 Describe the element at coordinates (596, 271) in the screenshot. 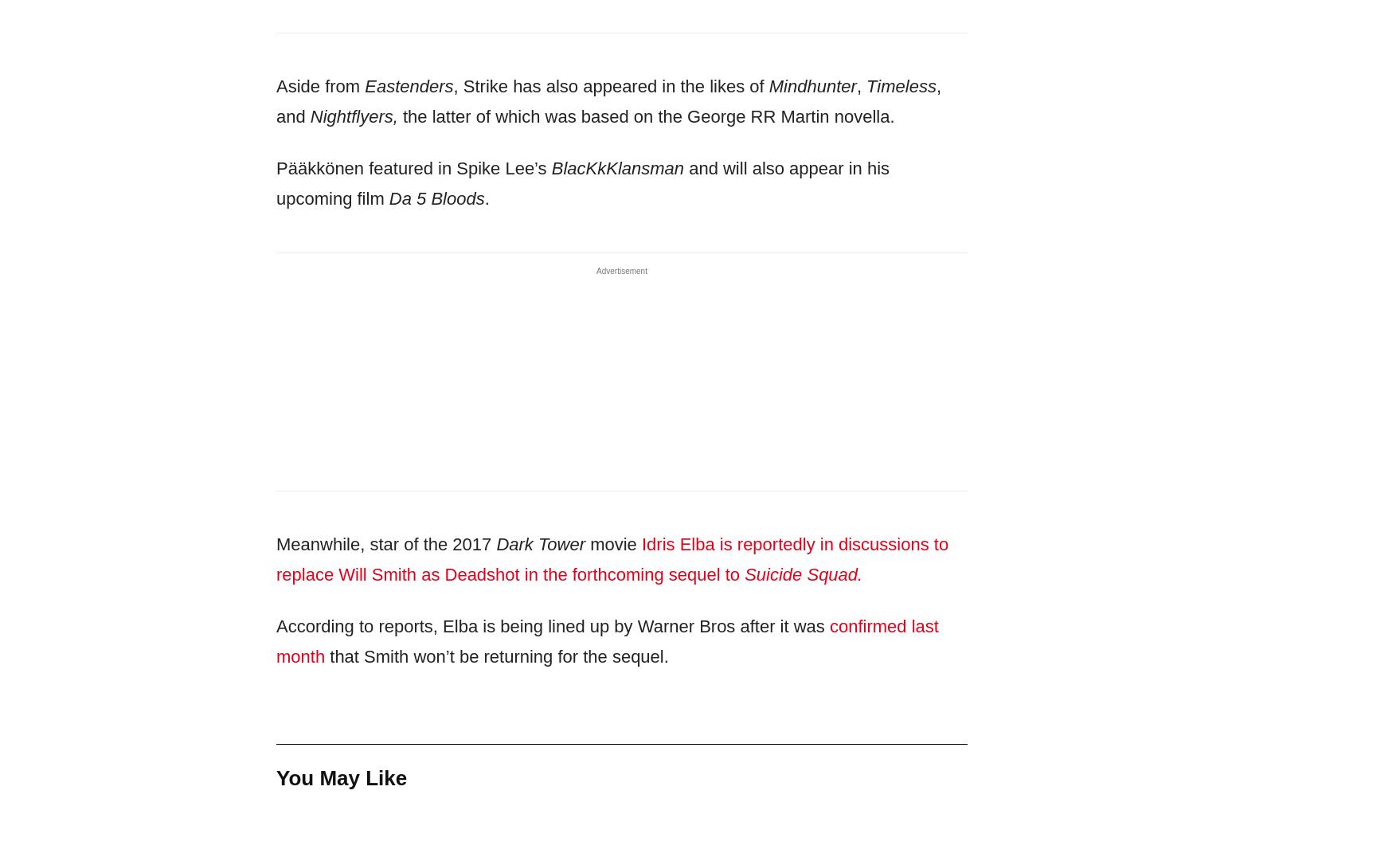

I see `'Advertisement'` at that location.